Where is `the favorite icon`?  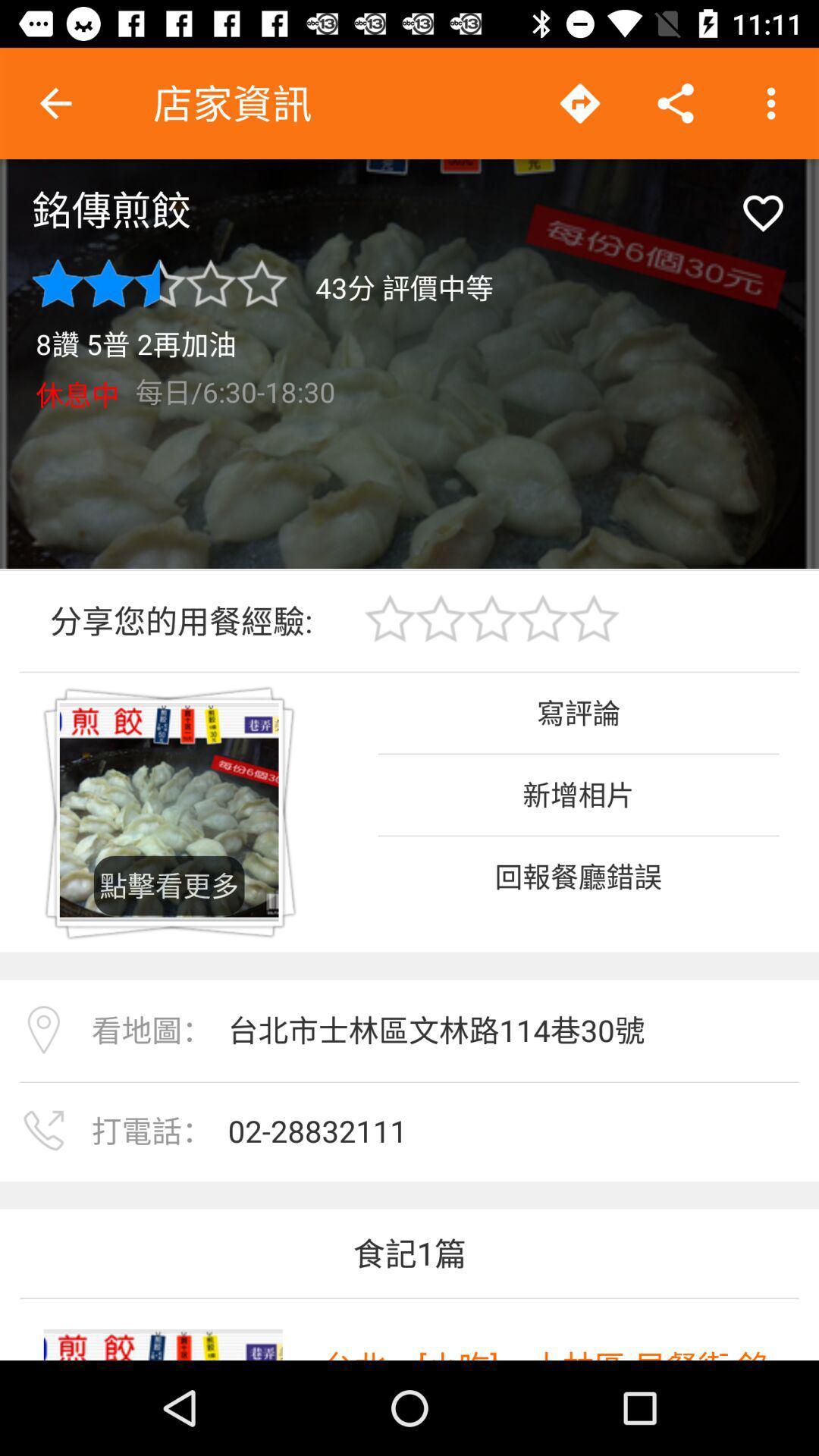
the favorite icon is located at coordinates (763, 212).